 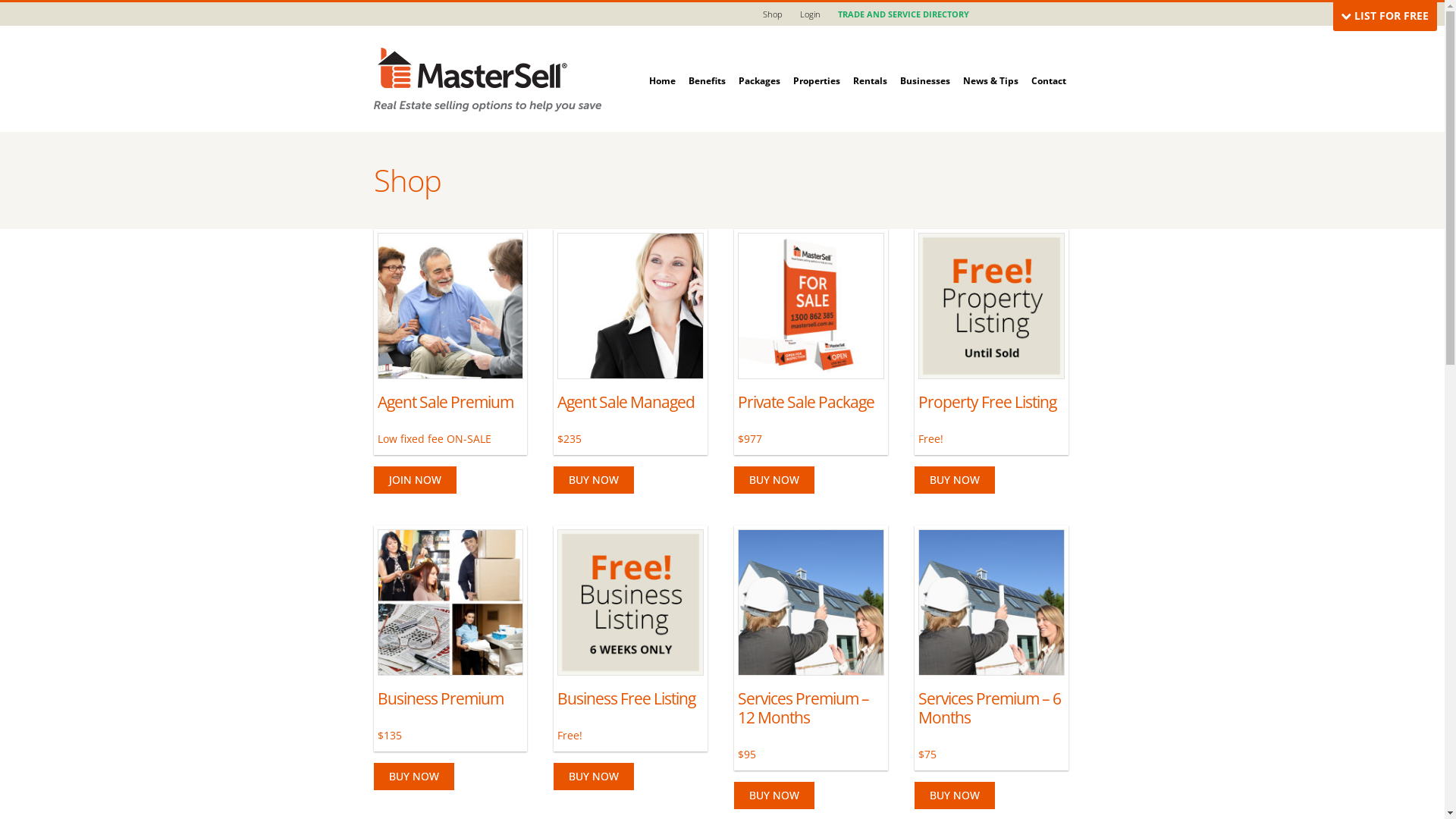 What do you see at coordinates (924, 64) in the screenshot?
I see `'Businesses'` at bounding box center [924, 64].